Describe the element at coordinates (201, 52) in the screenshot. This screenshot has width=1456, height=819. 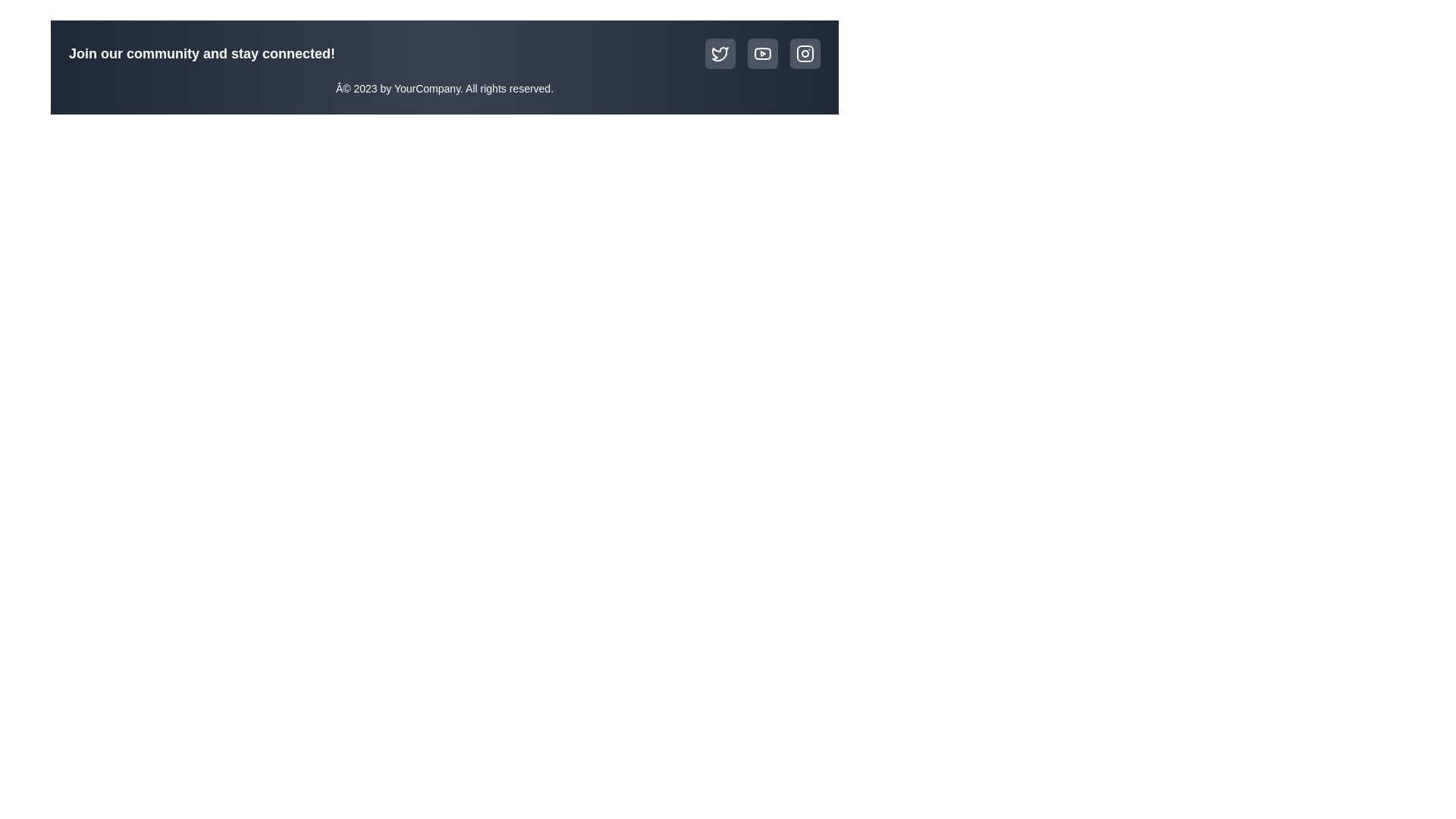
I see `text content of the bold and large text component displaying 'Join our community and stay connected!' located on the dark background near the top-left portion of the navigation-like bar` at that location.